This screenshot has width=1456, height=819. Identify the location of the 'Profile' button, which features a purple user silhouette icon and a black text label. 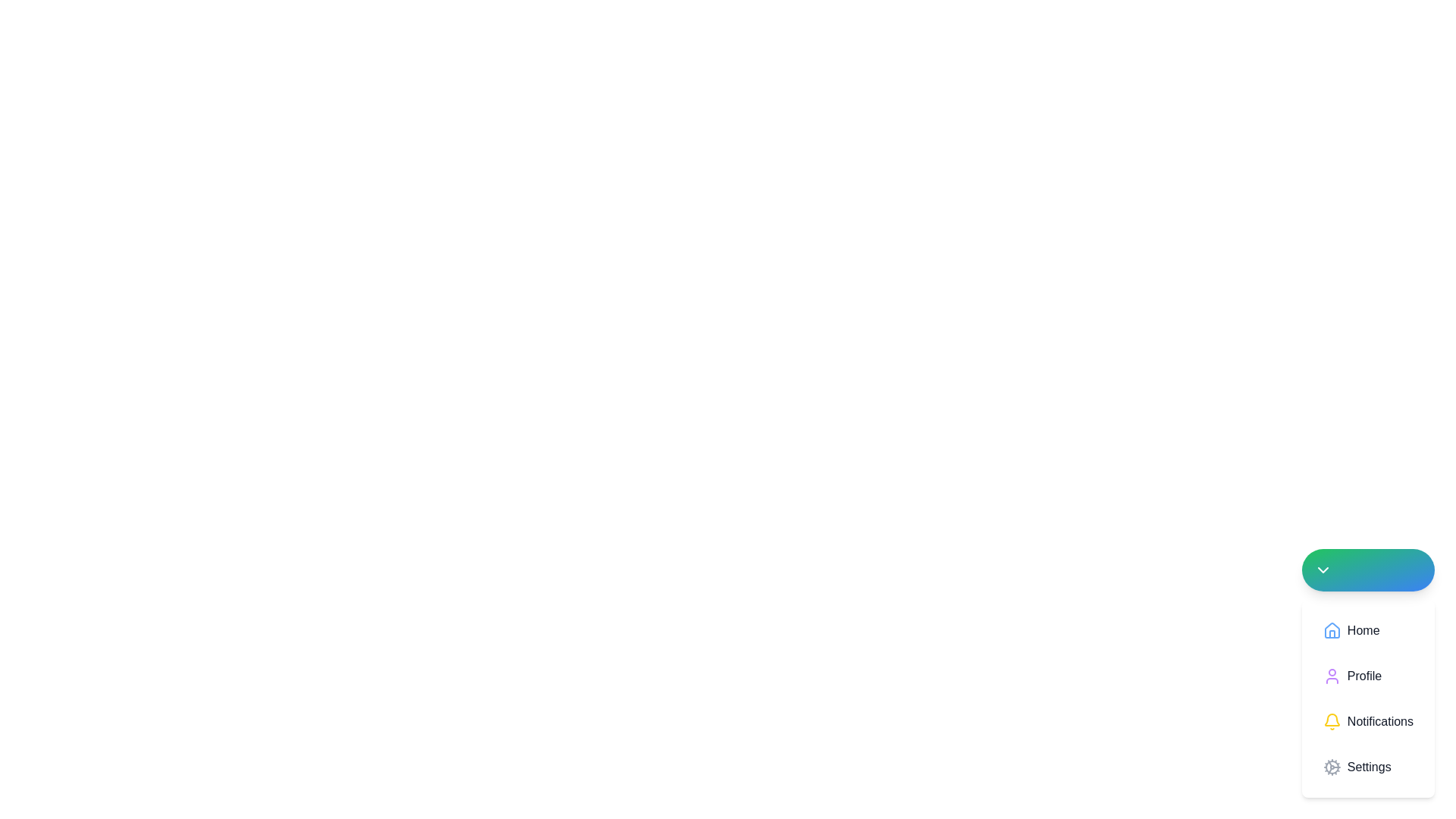
(1368, 675).